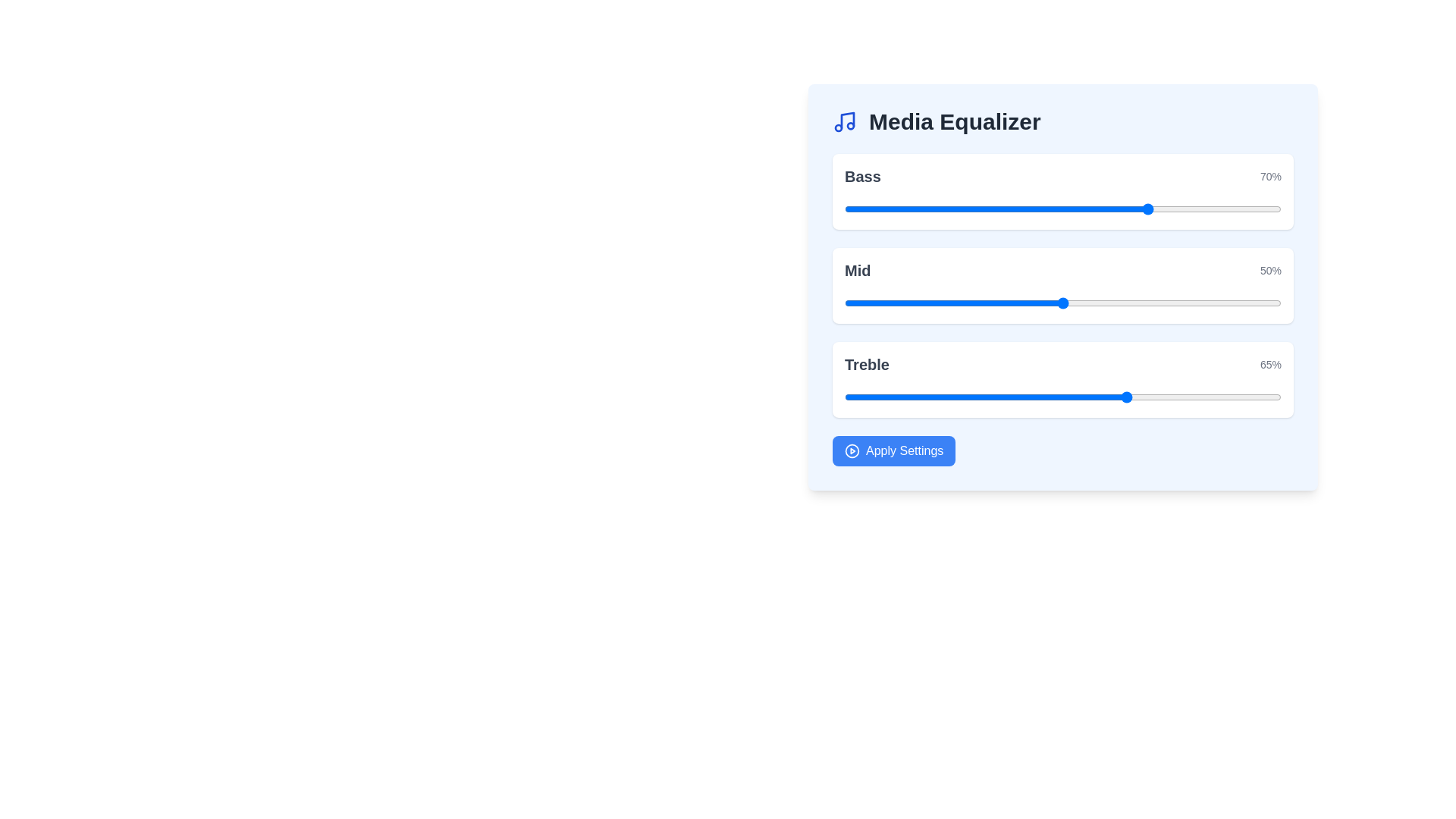 The width and height of the screenshot is (1456, 819). I want to click on the visual representation of the music-related icon located in the top-left corner of the interface, adjacent to the text 'Media Equalizer', so click(847, 119).